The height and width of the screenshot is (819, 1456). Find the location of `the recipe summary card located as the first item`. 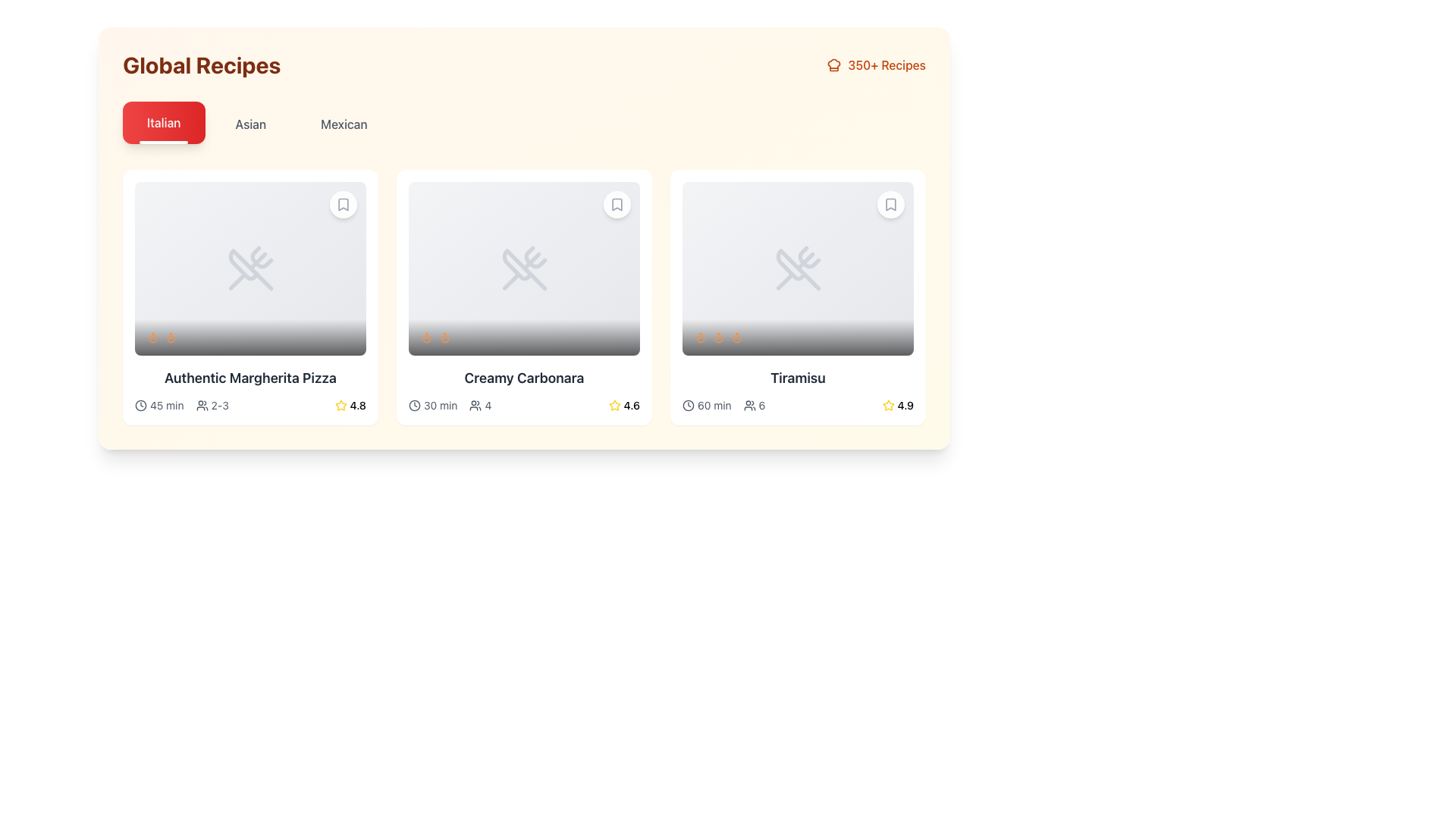

the recipe summary card located as the first item is located at coordinates (250, 297).